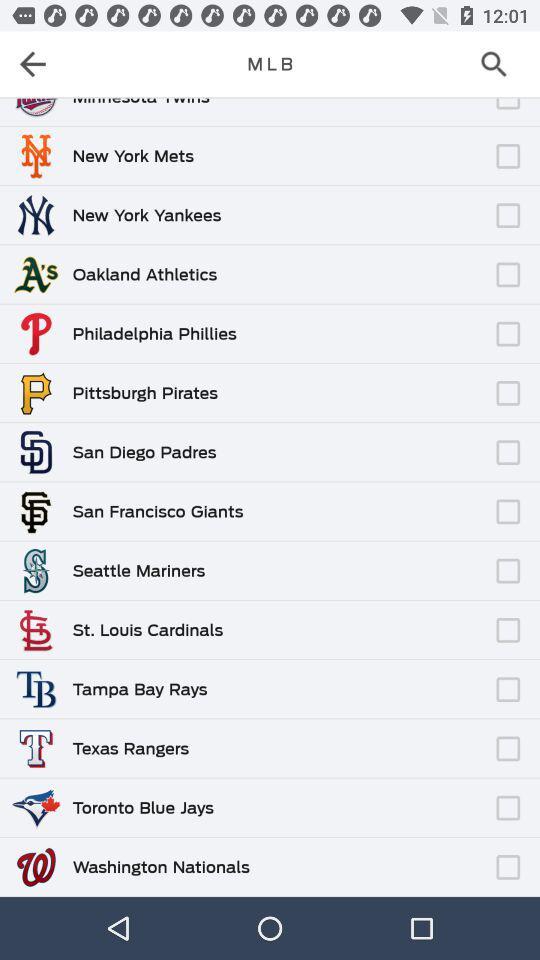 This screenshot has height=960, width=540. I want to click on search the page, so click(499, 64).